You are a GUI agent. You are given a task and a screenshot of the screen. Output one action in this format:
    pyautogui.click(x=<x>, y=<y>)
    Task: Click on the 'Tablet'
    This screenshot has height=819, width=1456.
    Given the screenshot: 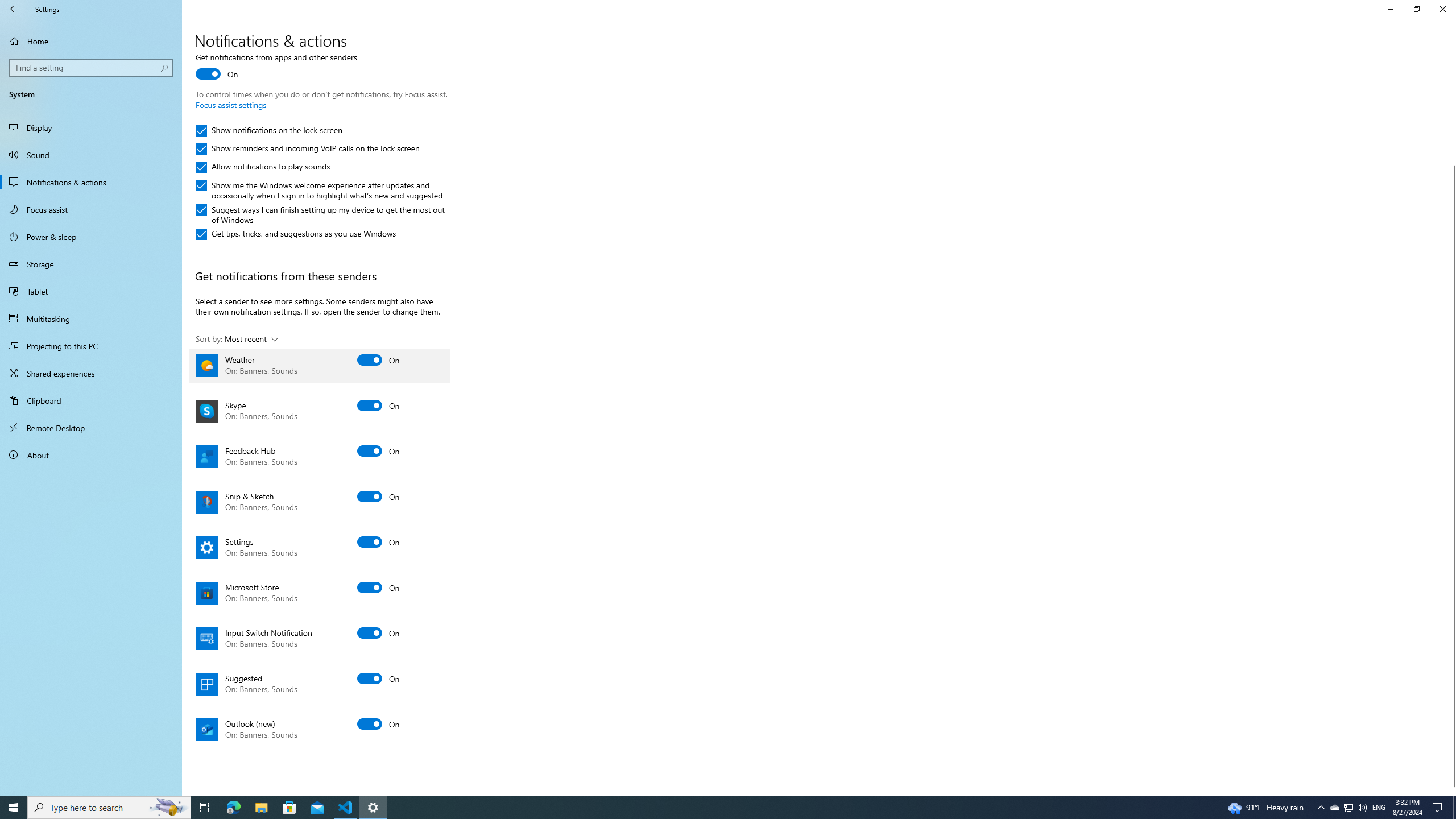 What is the action you would take?
    pyautogui.click(x=90, y=290)
    